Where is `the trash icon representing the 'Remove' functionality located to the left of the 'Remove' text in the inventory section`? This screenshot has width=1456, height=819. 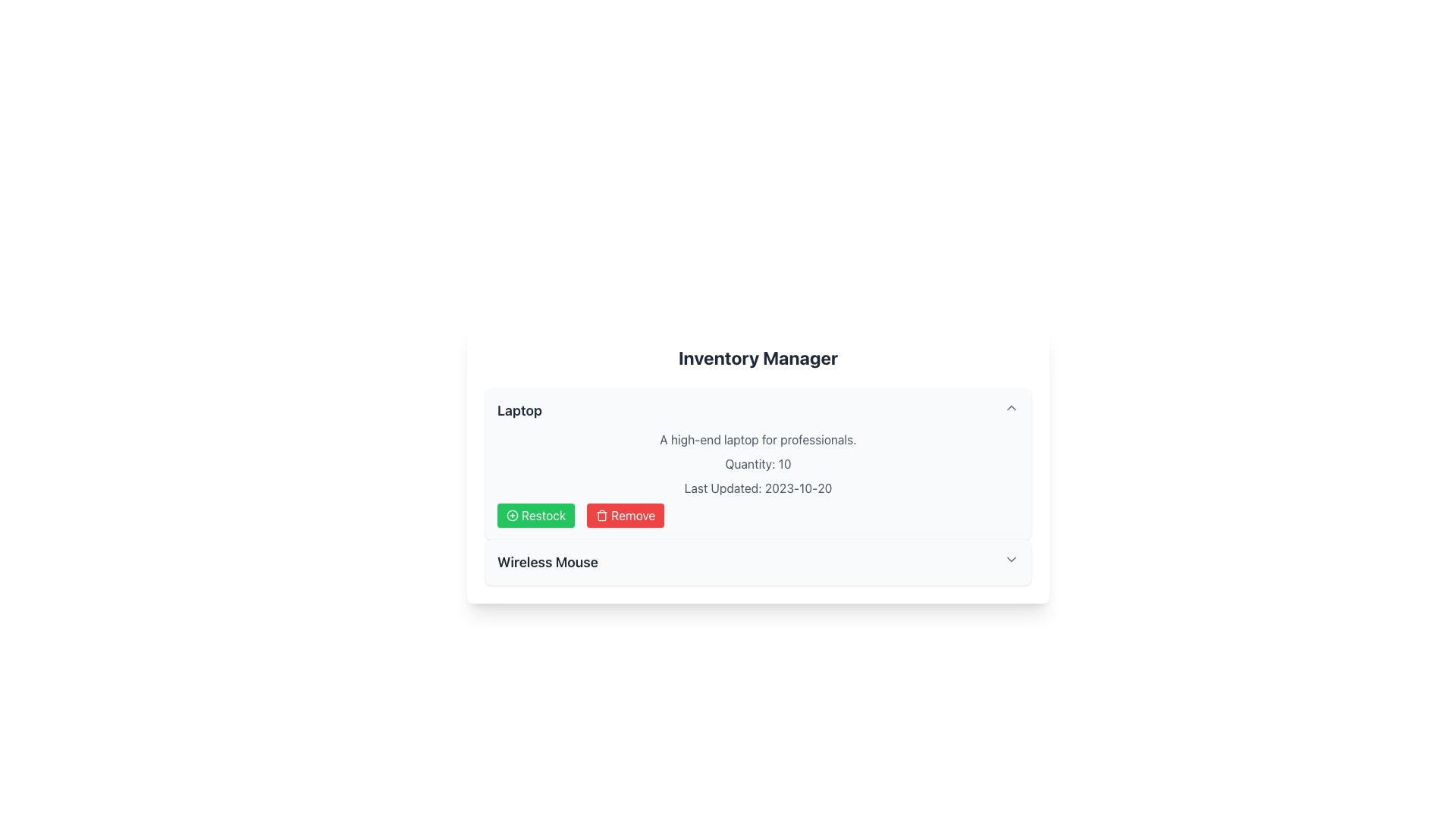 the trash icon representing the 'Remove' functionality located to the left of the 'Remove' text in the inventory section is located at coordinates (601, 514).